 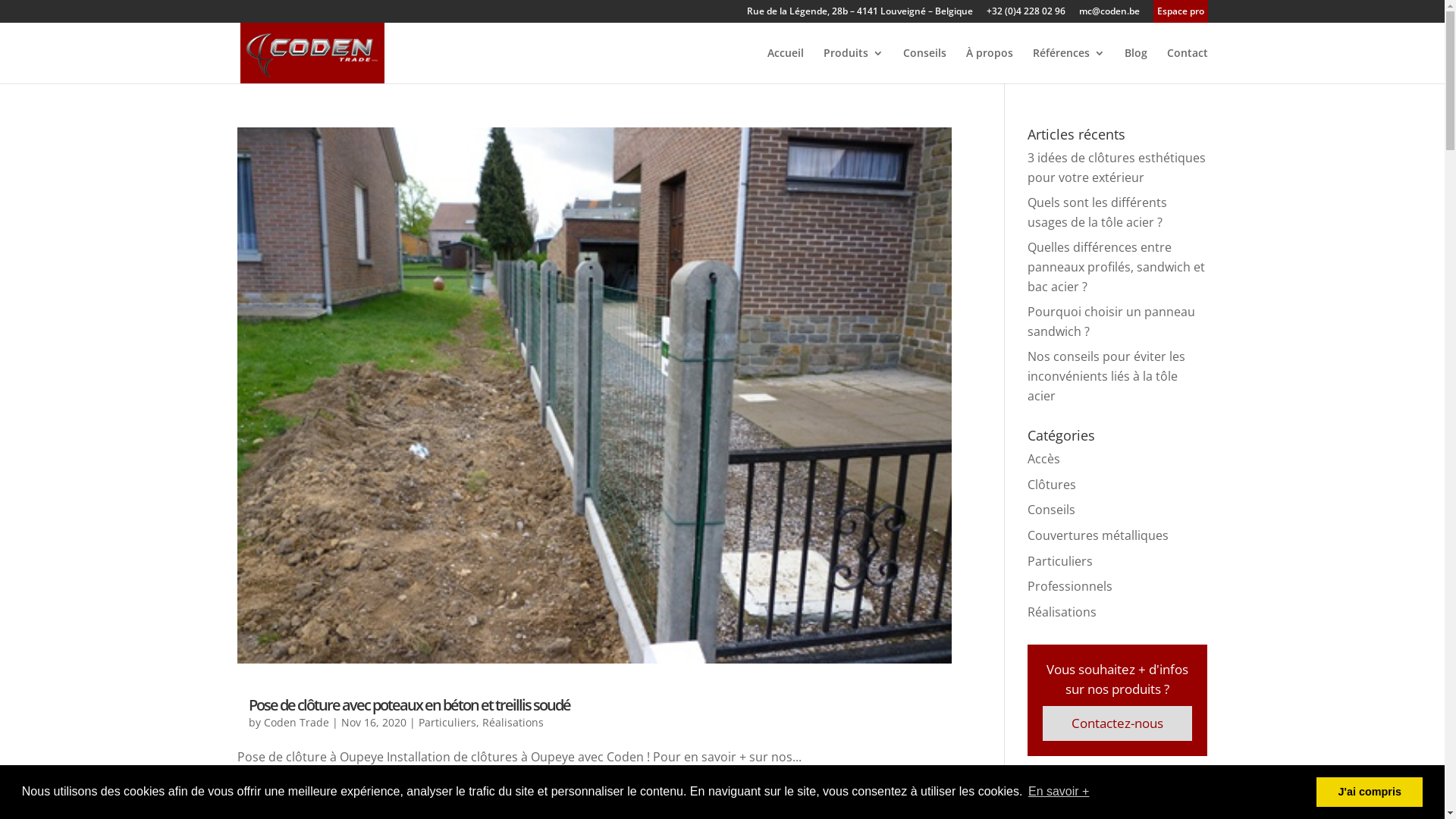 What do you see at coordinates (296, 721) in the screenshot?
I see `'Coden Trade'` at bounding box center [296, 721].